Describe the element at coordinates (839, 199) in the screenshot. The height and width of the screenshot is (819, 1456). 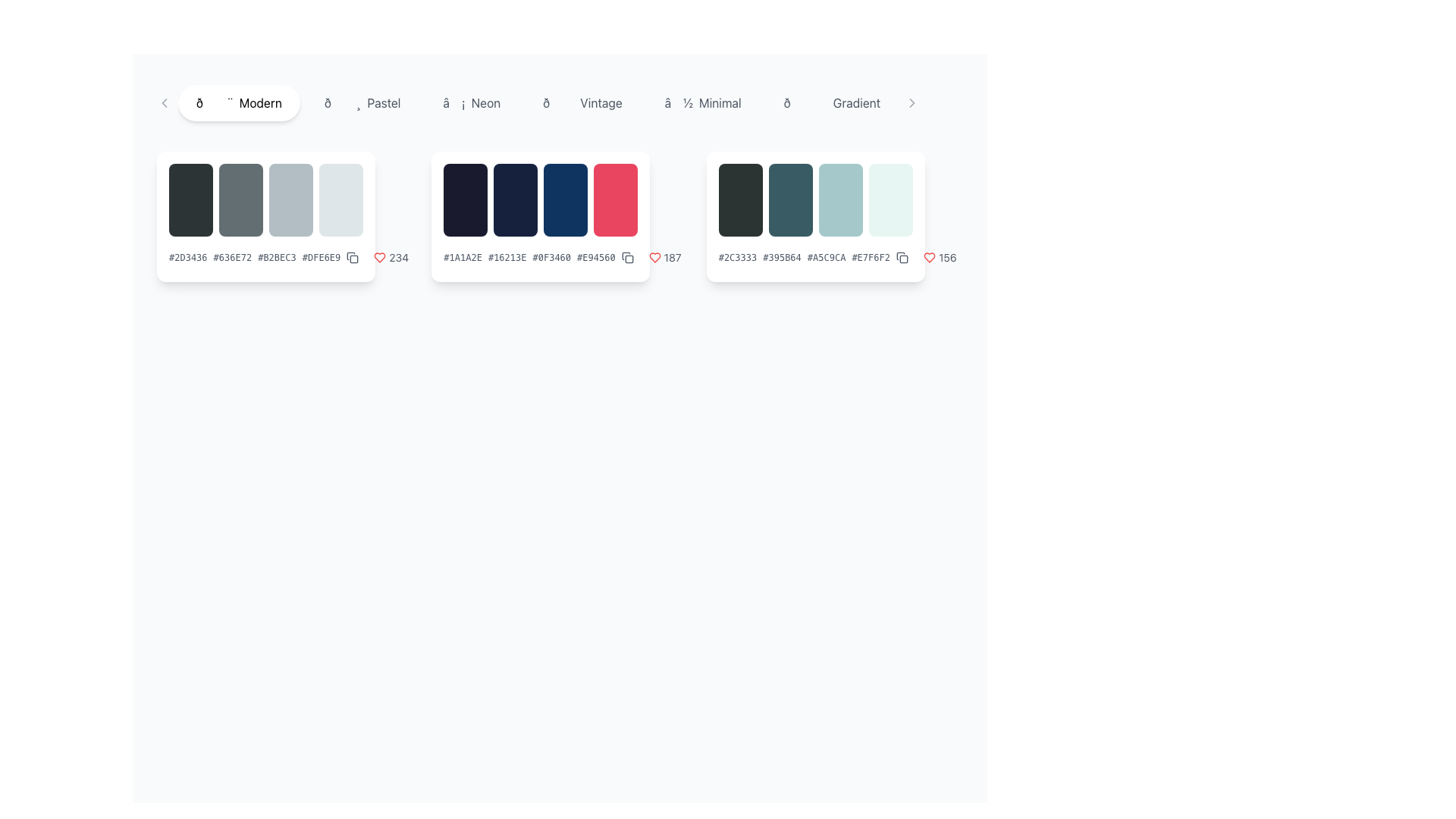
I see `the third color swatch in the palette, which is visually represented among four rectangular elements and is positioned between two darker colors and one lighter color` at that location.